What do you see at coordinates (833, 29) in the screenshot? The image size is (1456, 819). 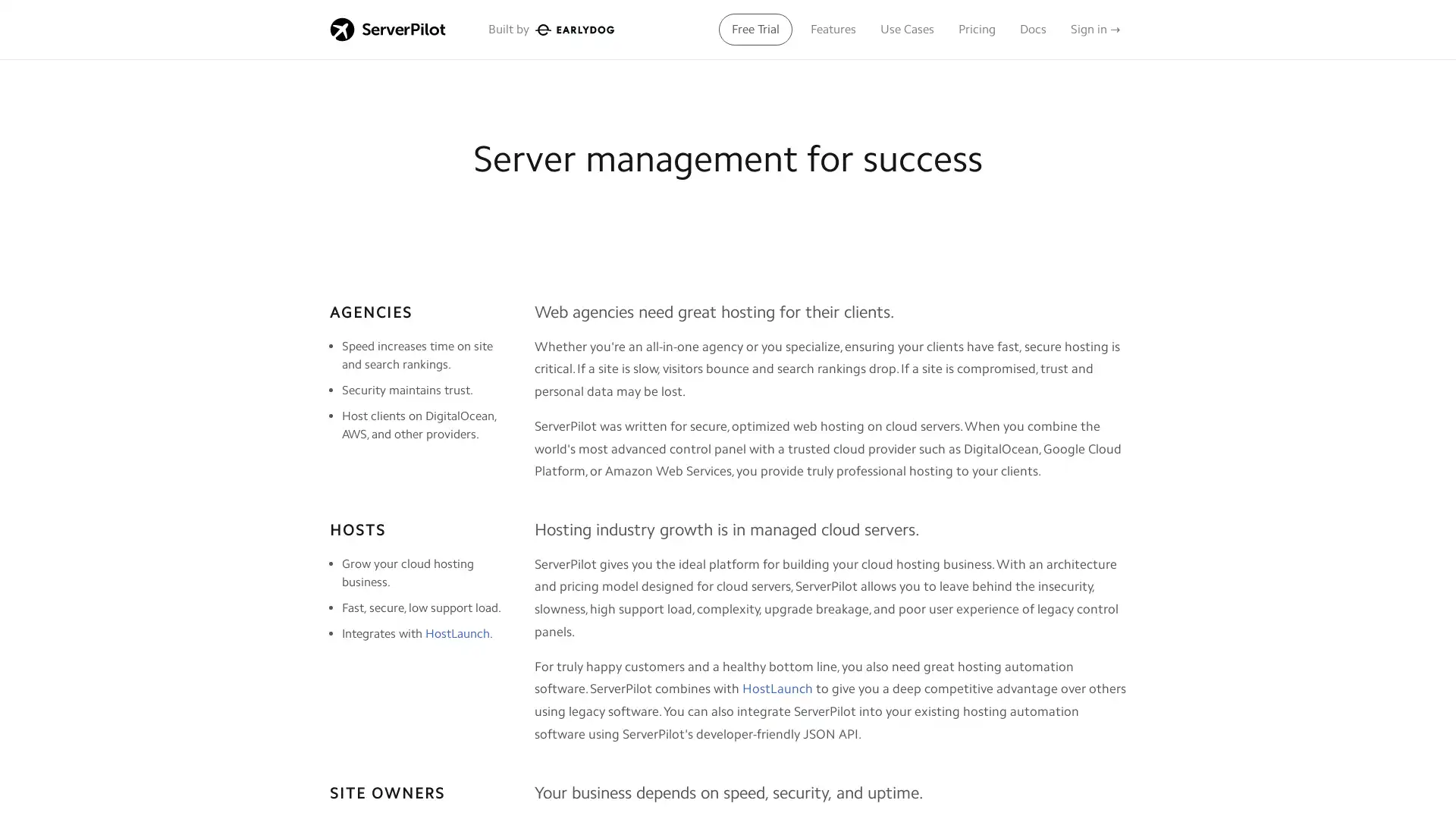 I see `Features` at bounding box center [833, 29].